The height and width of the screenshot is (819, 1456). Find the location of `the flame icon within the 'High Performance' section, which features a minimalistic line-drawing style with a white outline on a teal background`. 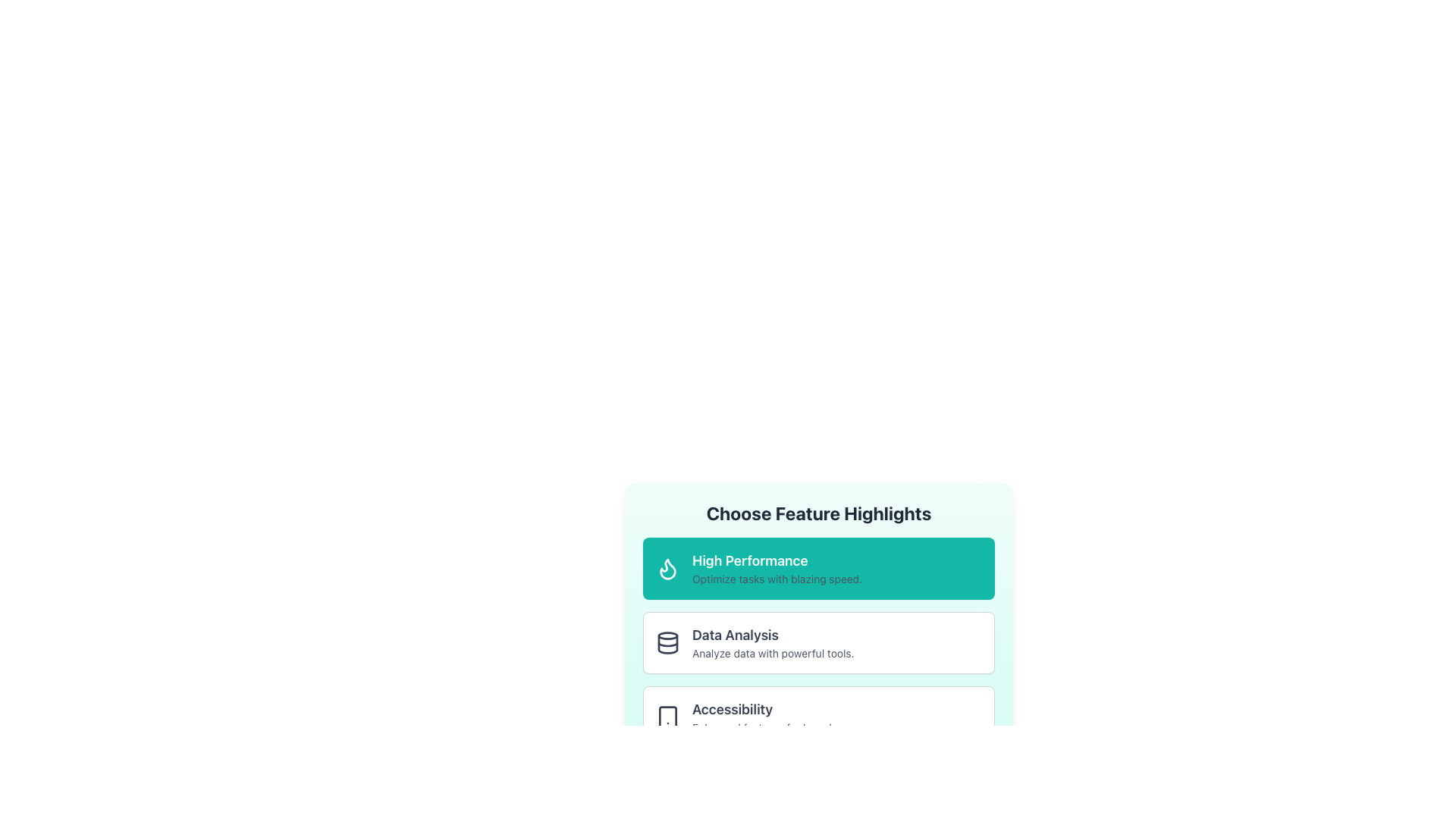

the flame icon within the 'High Performance' section, which features a minimalistic line-drawing style with a white outline on a teal background is located at coordinates (667, 568).